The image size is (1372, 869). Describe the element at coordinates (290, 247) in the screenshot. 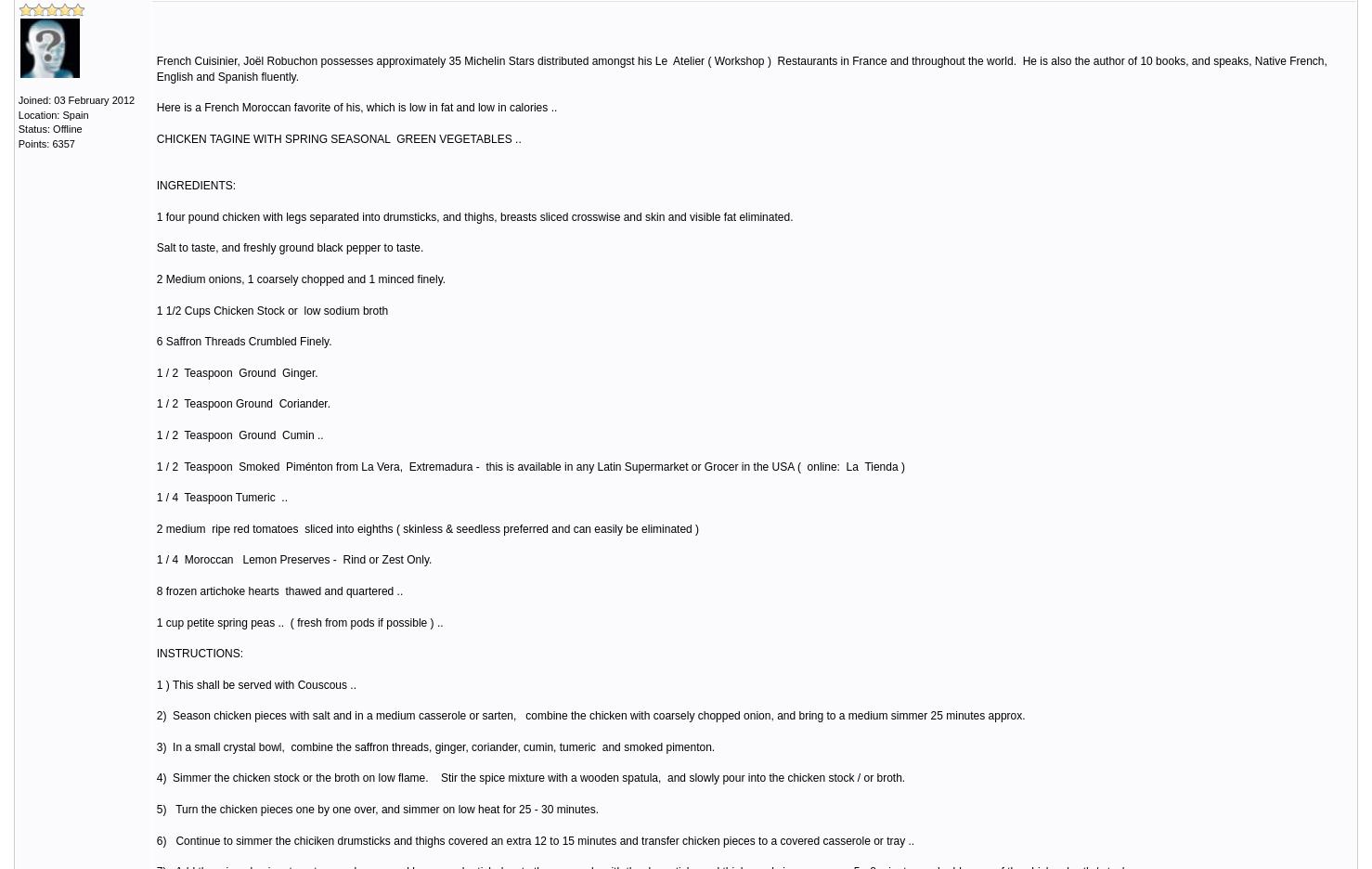

I see `'Salt to taste, and freshly ground black pepper to taste.'` at that location.